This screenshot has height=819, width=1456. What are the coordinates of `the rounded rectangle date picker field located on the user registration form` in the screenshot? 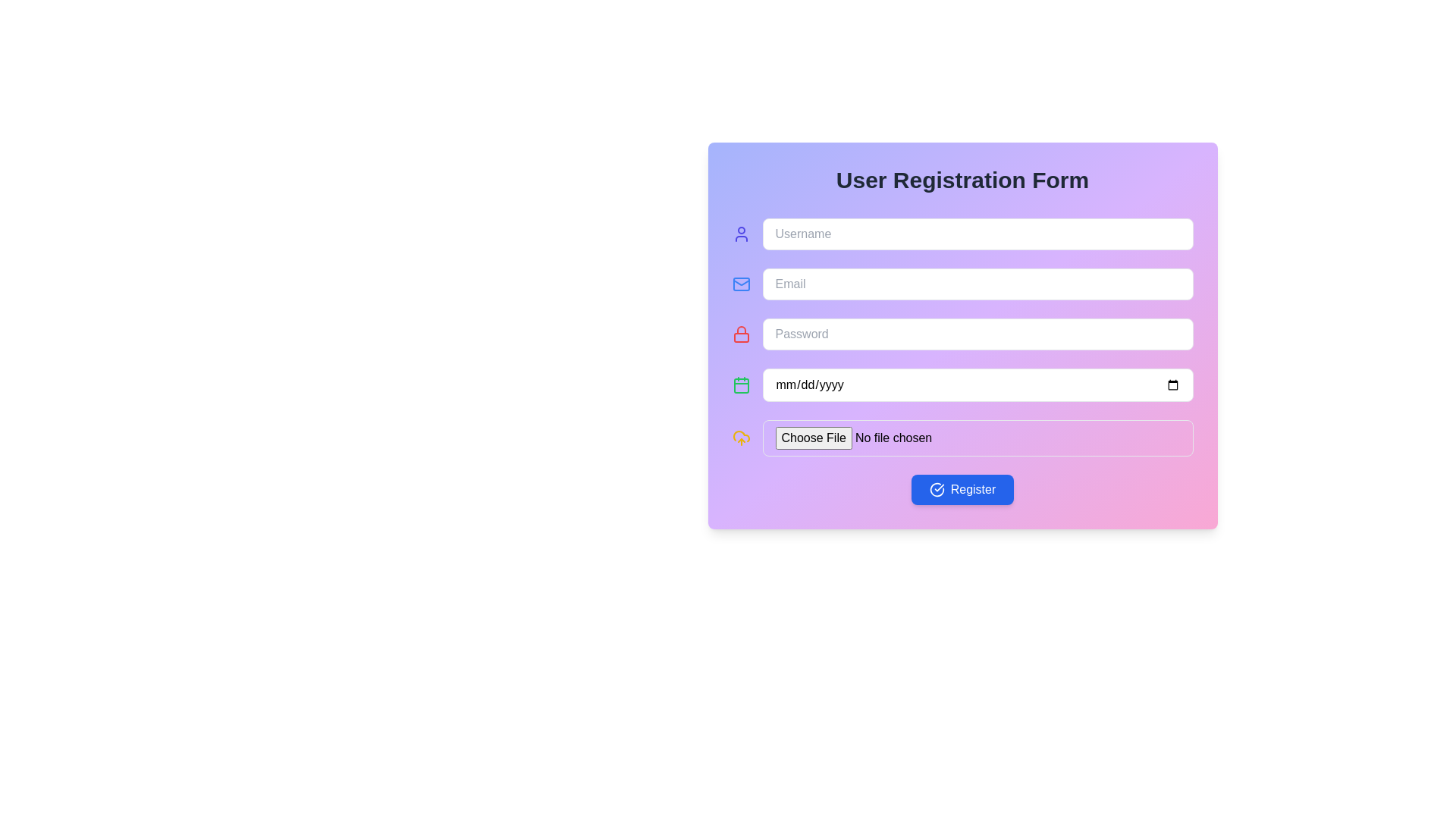 It's located at (977, 384).